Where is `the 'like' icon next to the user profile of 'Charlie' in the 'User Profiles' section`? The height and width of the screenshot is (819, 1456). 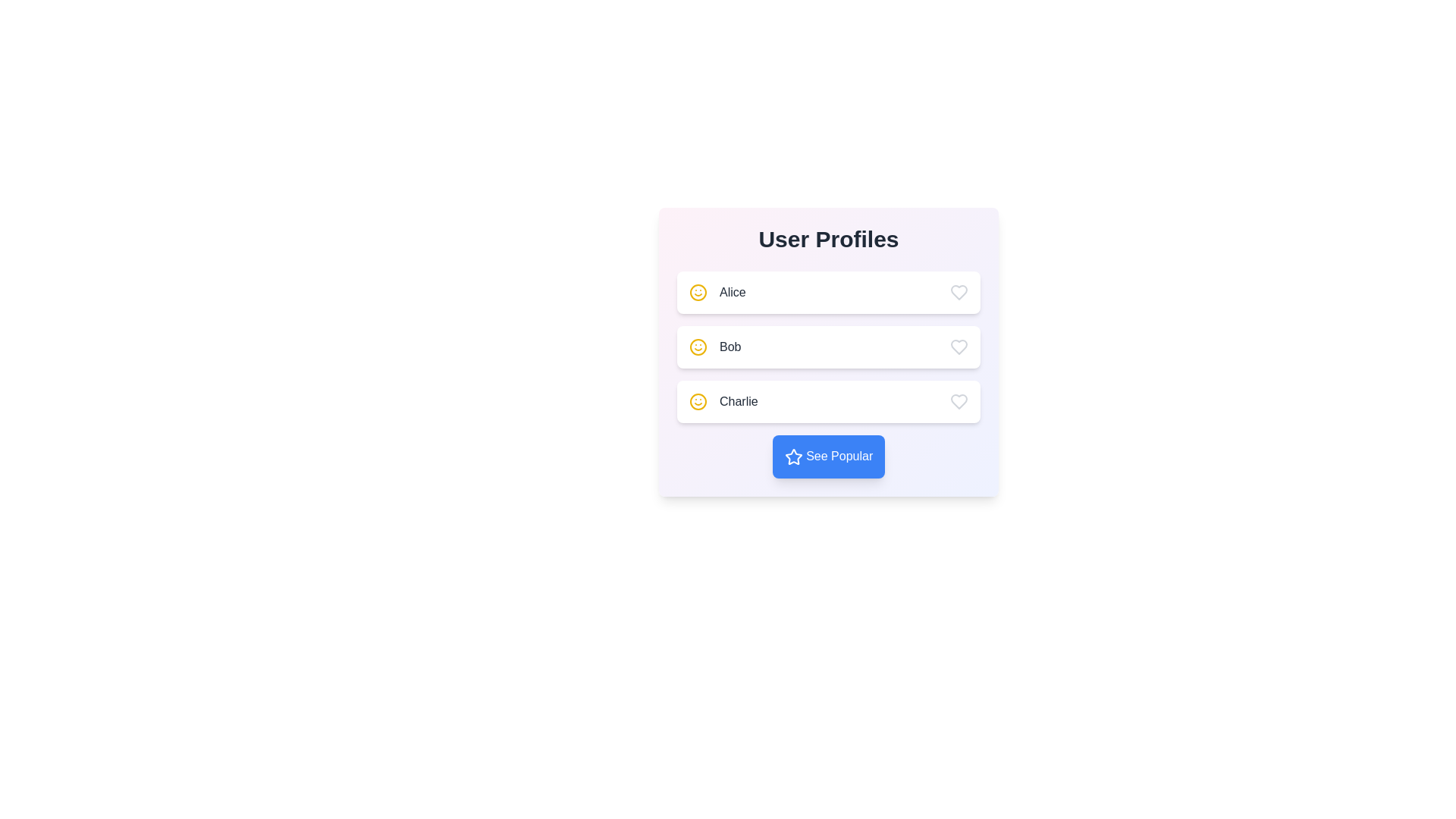
the 'like' icon next to the user profile of 'Charlie' in the 'User Profiles' section is located at coordinates (959, 400).